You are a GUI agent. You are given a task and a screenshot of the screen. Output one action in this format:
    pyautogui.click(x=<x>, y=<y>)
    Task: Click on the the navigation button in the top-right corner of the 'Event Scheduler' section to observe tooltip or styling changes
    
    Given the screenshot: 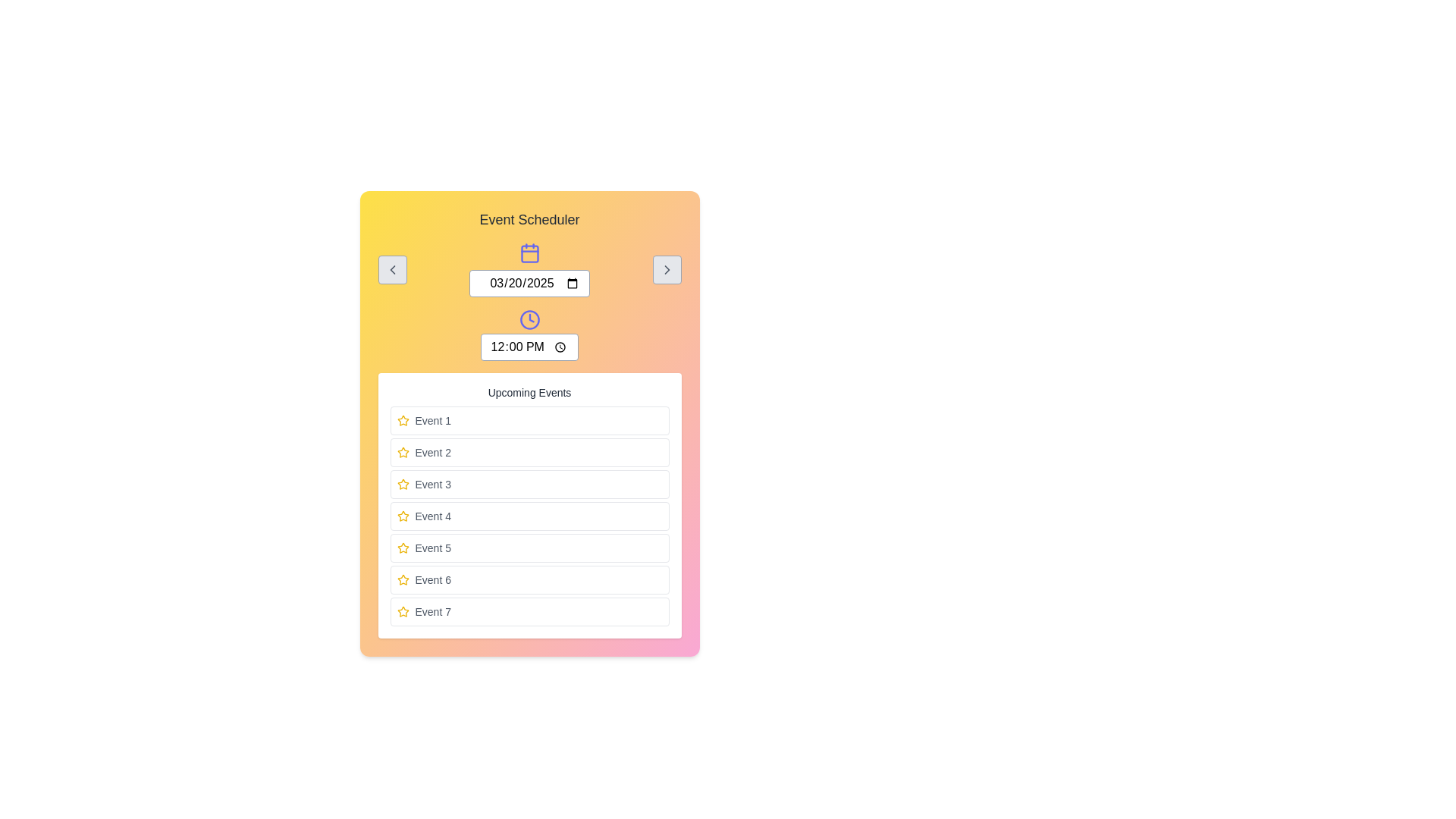 What is the action you would take?
    pyautogui.click(x=667, y=268)
    